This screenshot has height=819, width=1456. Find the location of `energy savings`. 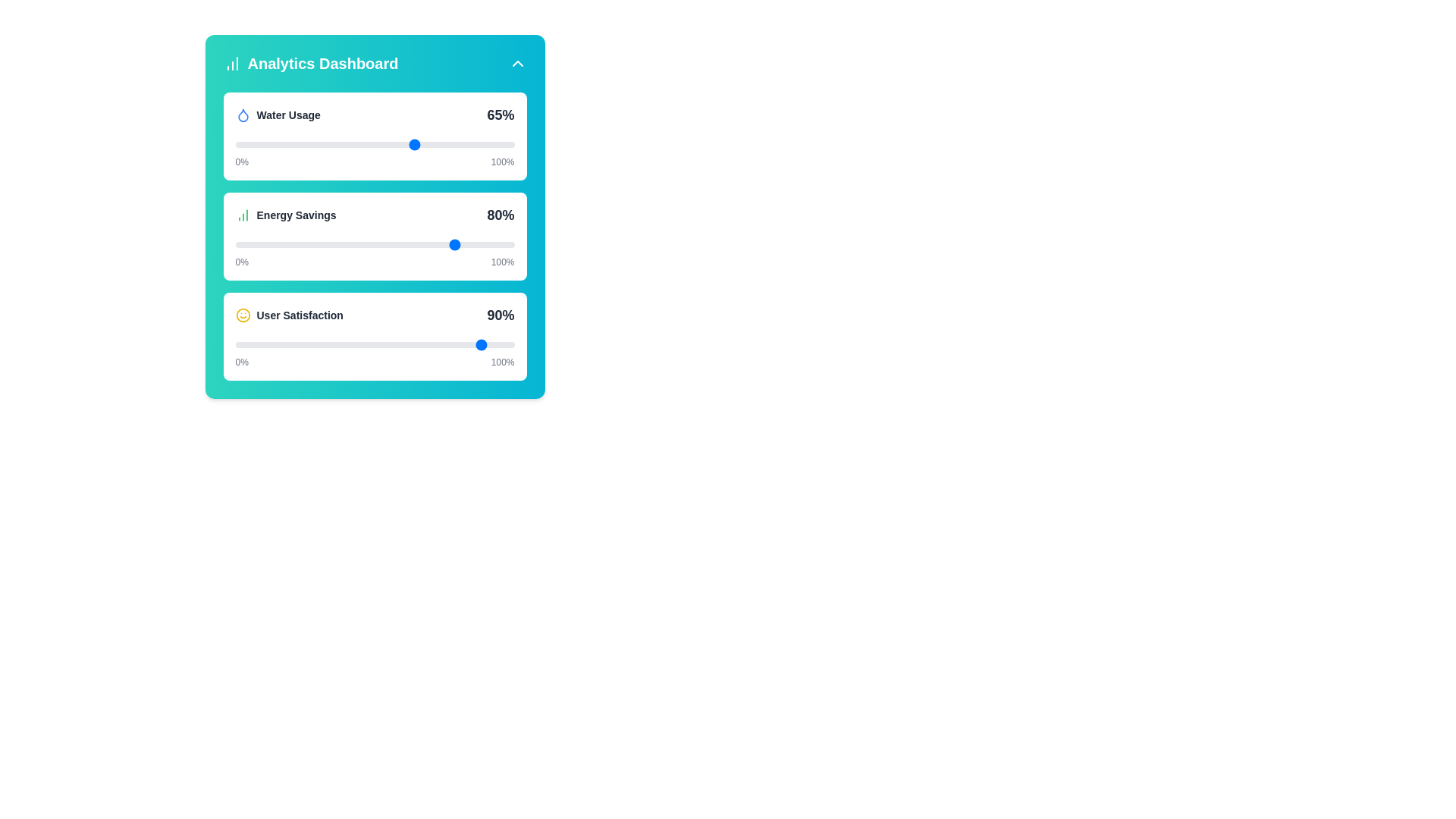

energy savings is located at coordinates (441, 244).